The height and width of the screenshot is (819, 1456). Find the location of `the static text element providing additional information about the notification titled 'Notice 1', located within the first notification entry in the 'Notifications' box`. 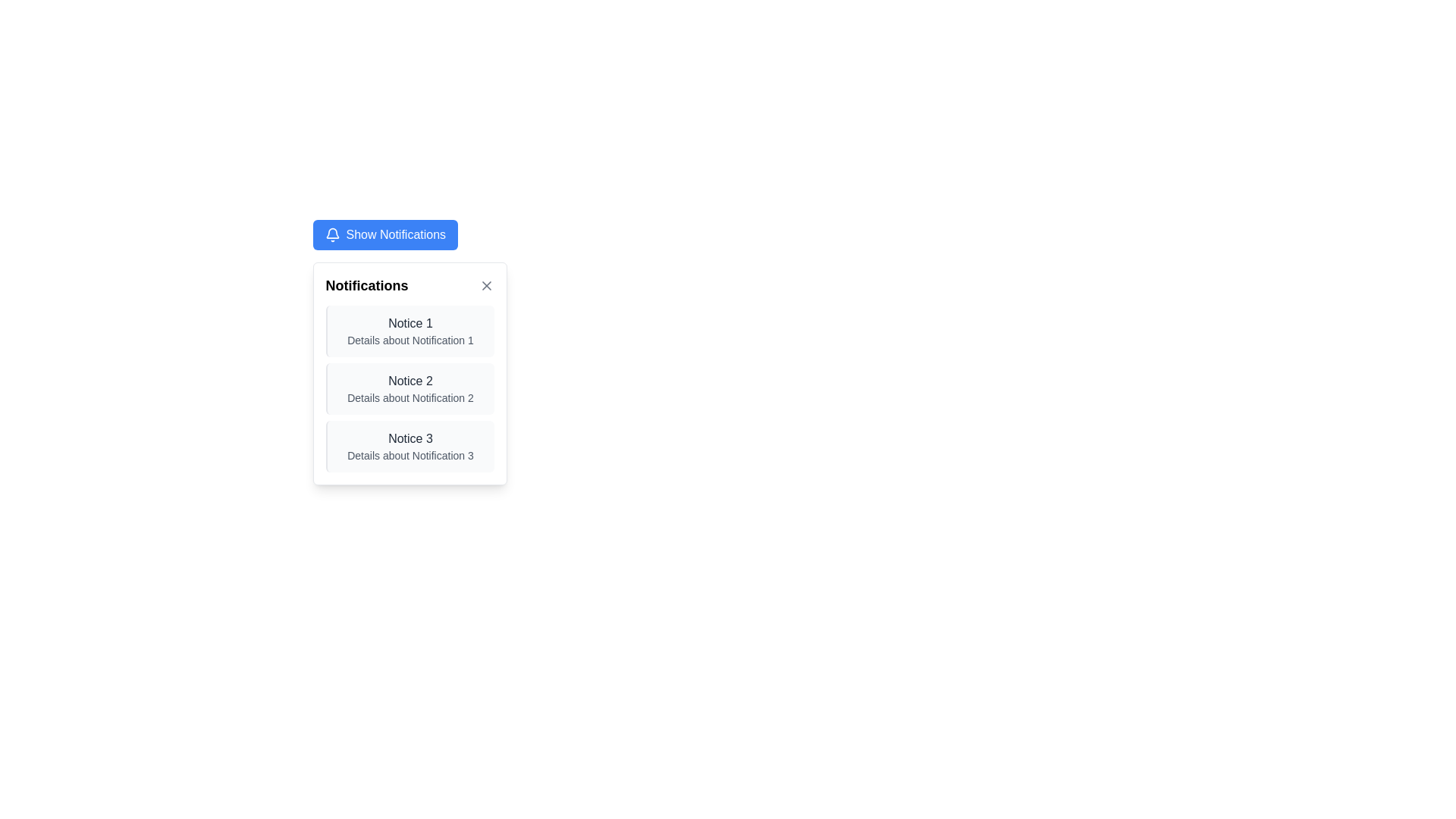

the static text element providing additional information about the notification titled 'Notice 1', located within the first notification entry in the 'Notifications' box is located at coordinates (410, 339).